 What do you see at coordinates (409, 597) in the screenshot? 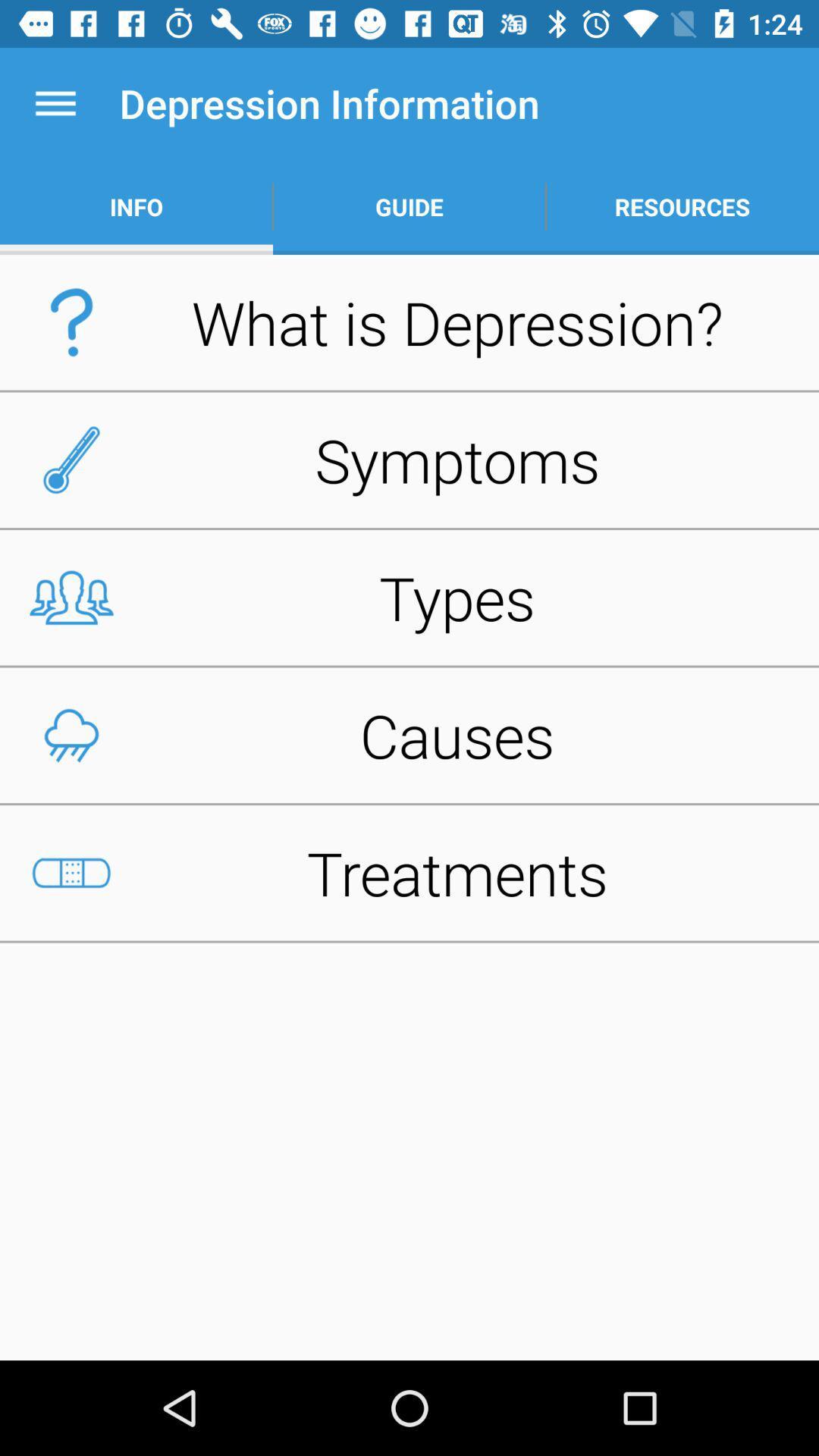
I see `the types icon` at bounding box center [409, 597].